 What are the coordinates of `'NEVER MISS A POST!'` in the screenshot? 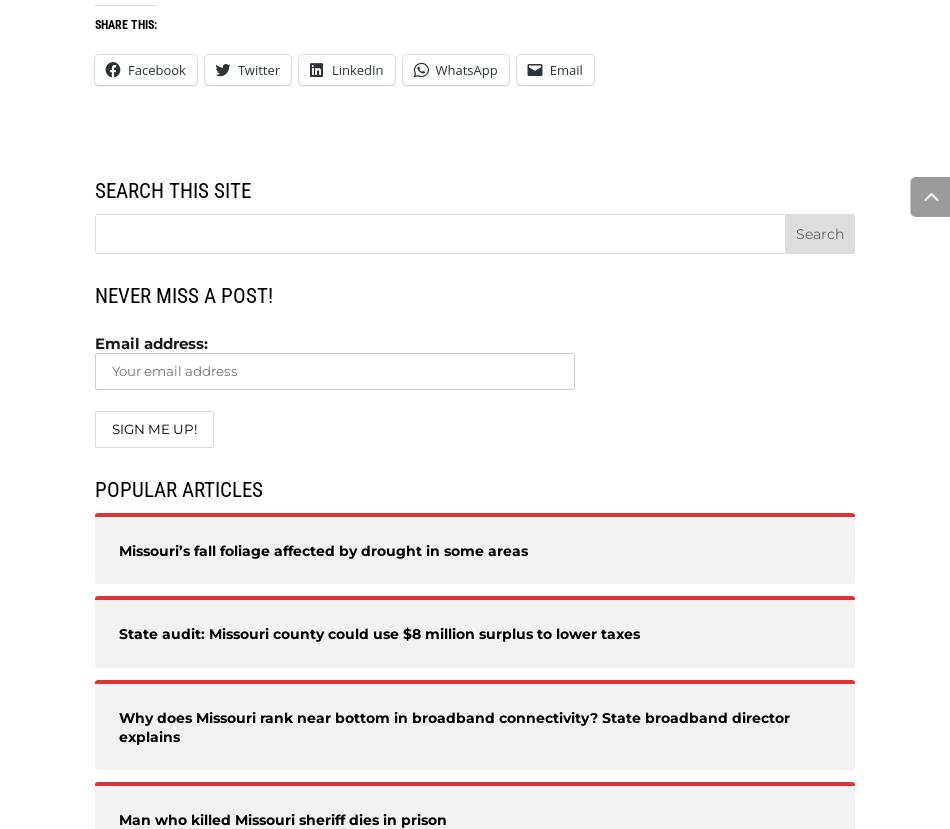 It's located at (184, 294).